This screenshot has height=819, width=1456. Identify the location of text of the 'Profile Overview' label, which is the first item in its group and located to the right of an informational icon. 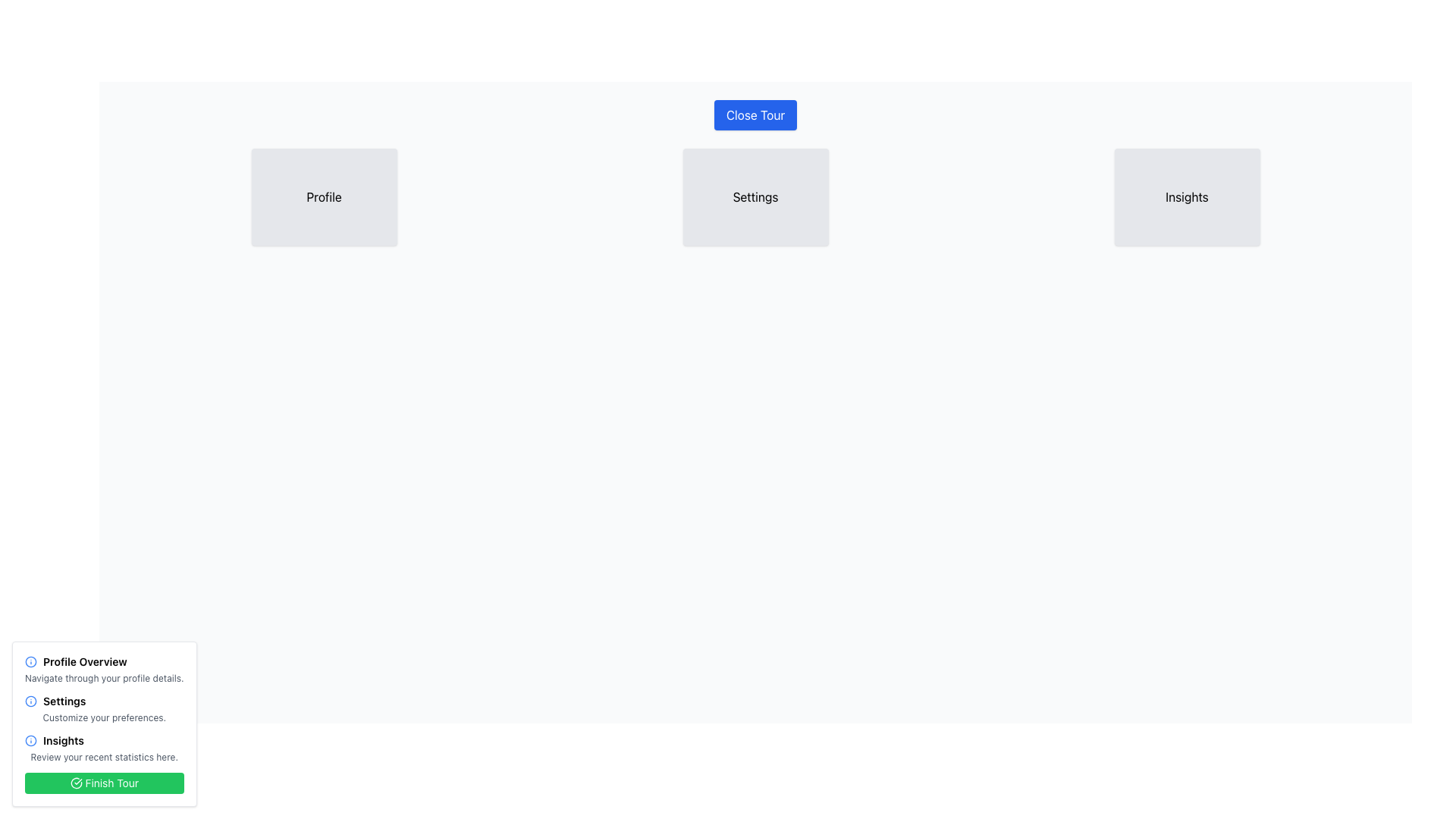
(84, 661).